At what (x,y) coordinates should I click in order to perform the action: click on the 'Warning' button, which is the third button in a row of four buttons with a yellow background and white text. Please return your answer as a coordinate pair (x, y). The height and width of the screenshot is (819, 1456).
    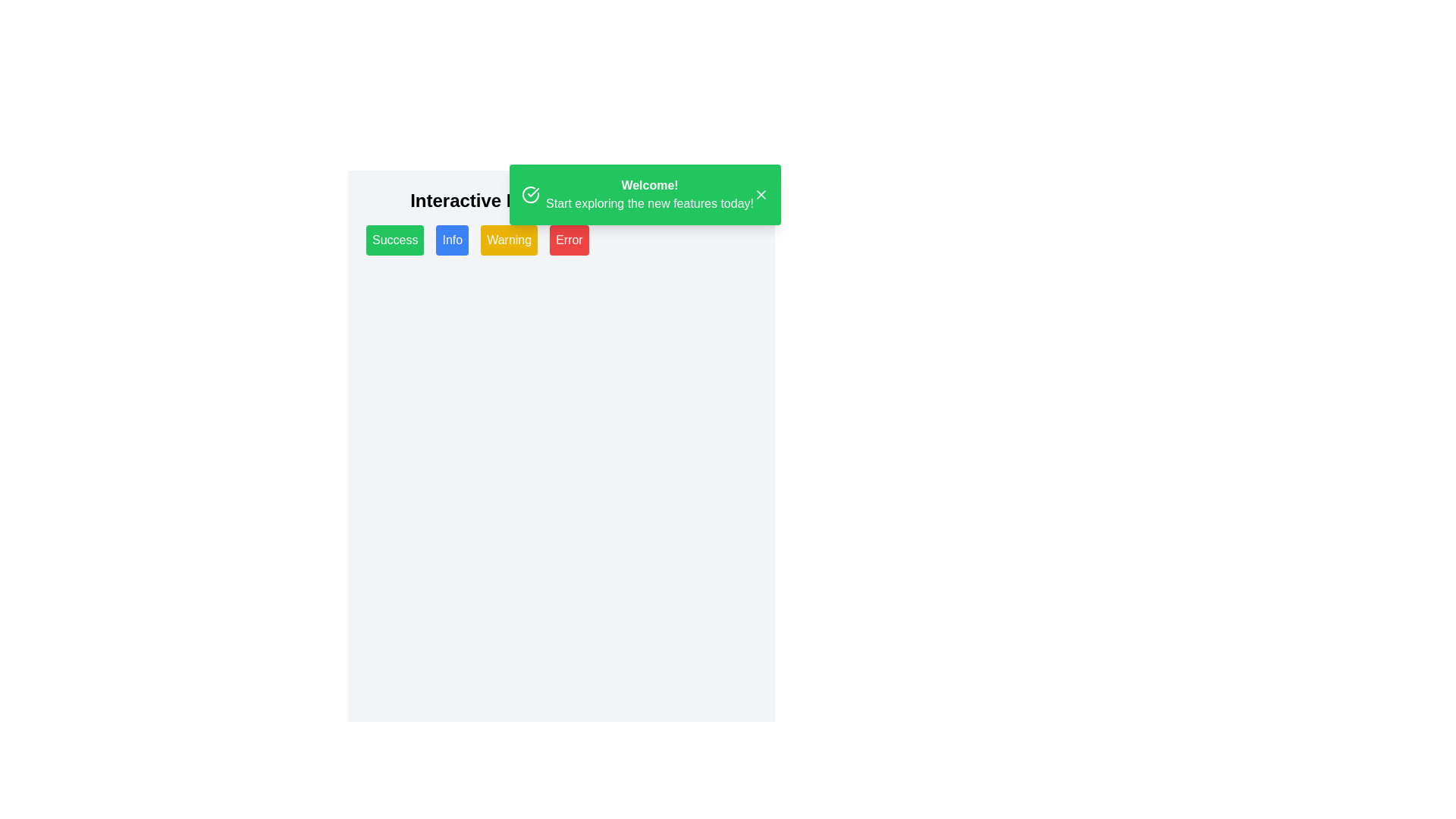
    Looking at the image, I should click on (509, 239).